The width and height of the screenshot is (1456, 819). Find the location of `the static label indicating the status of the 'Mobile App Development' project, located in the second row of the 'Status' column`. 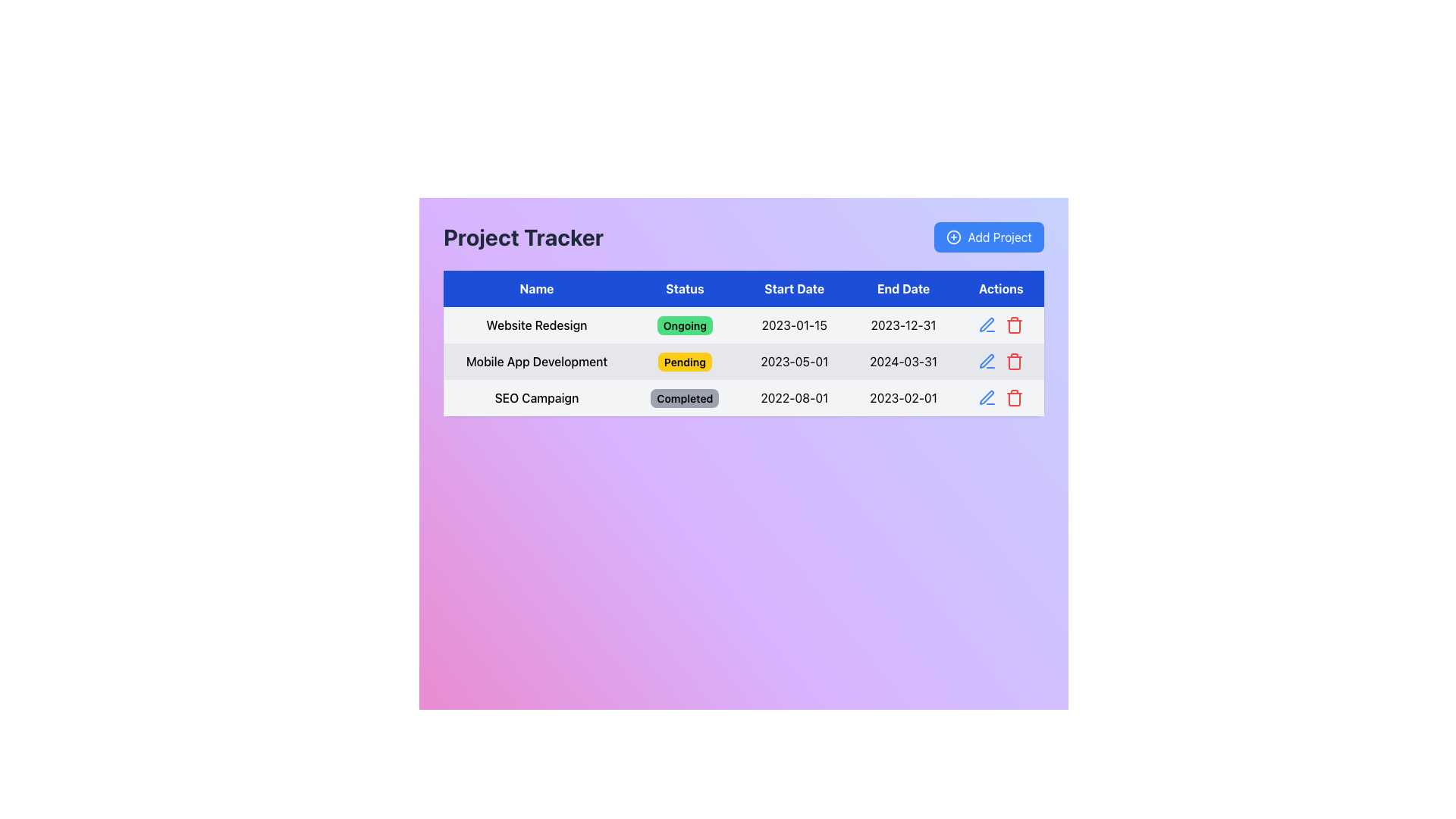

the static label indicating the status of the 'Mobile App Development' project, located in the second row of the 'Status' column is located at coordinates (684, 362).